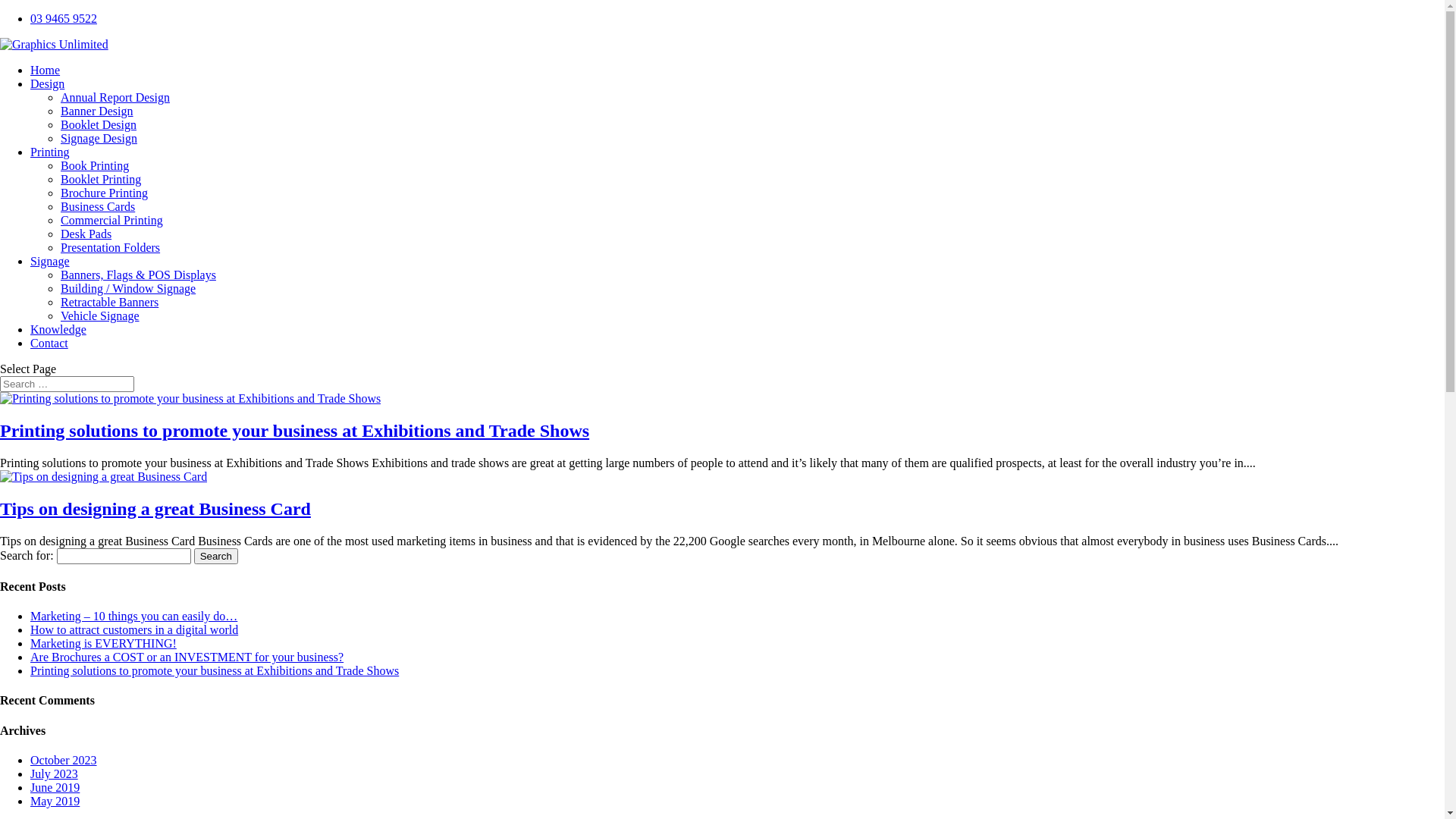 This screenshot has width=1456, height=819. I want to click on 'Booklet Design', so click(61, 124).